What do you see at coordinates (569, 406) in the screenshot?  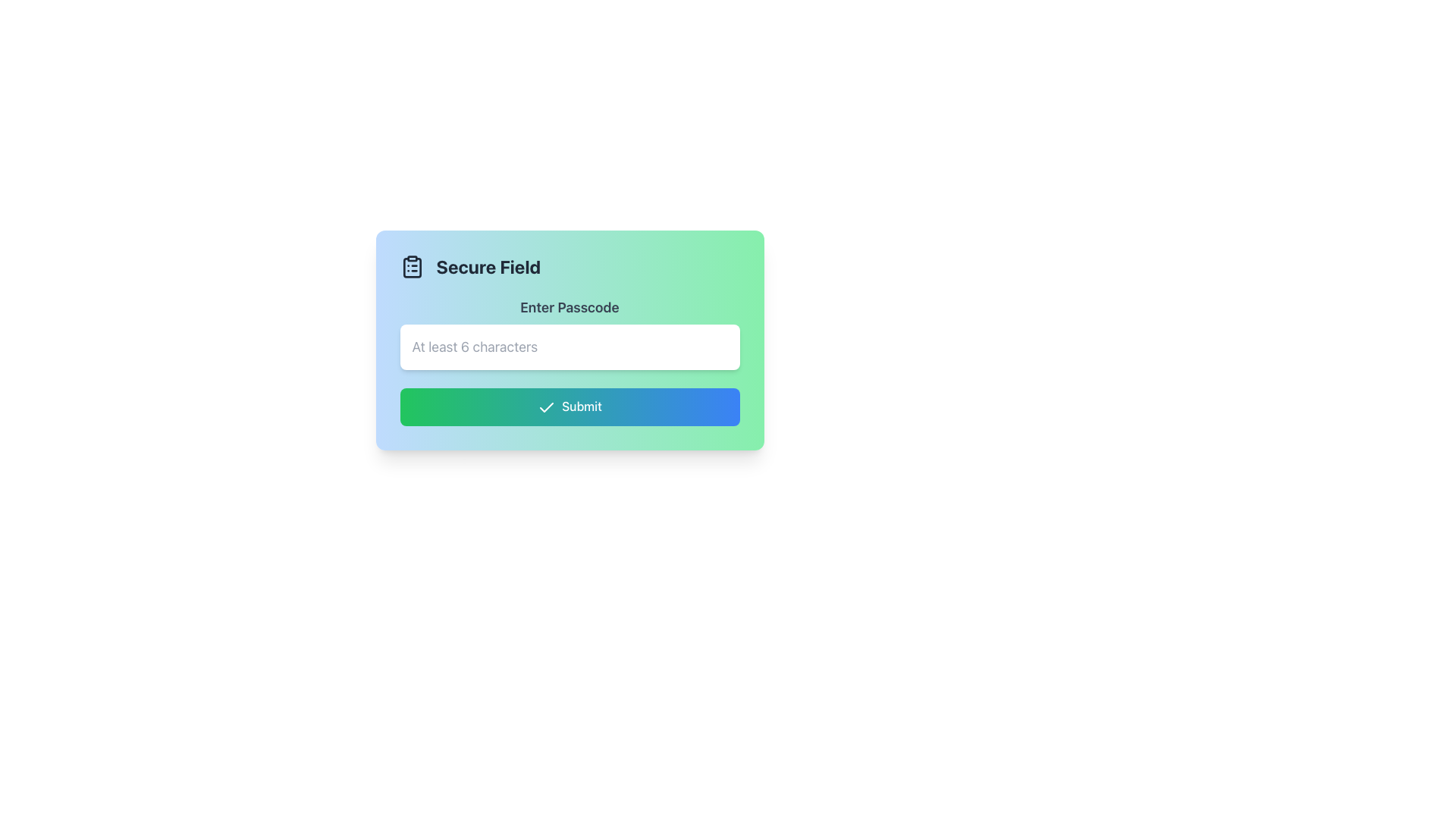 I see `the 'Submit' button, which has a gradient background from green to blue and a white checkmark icon to its left` at bounding box center [569, 406].